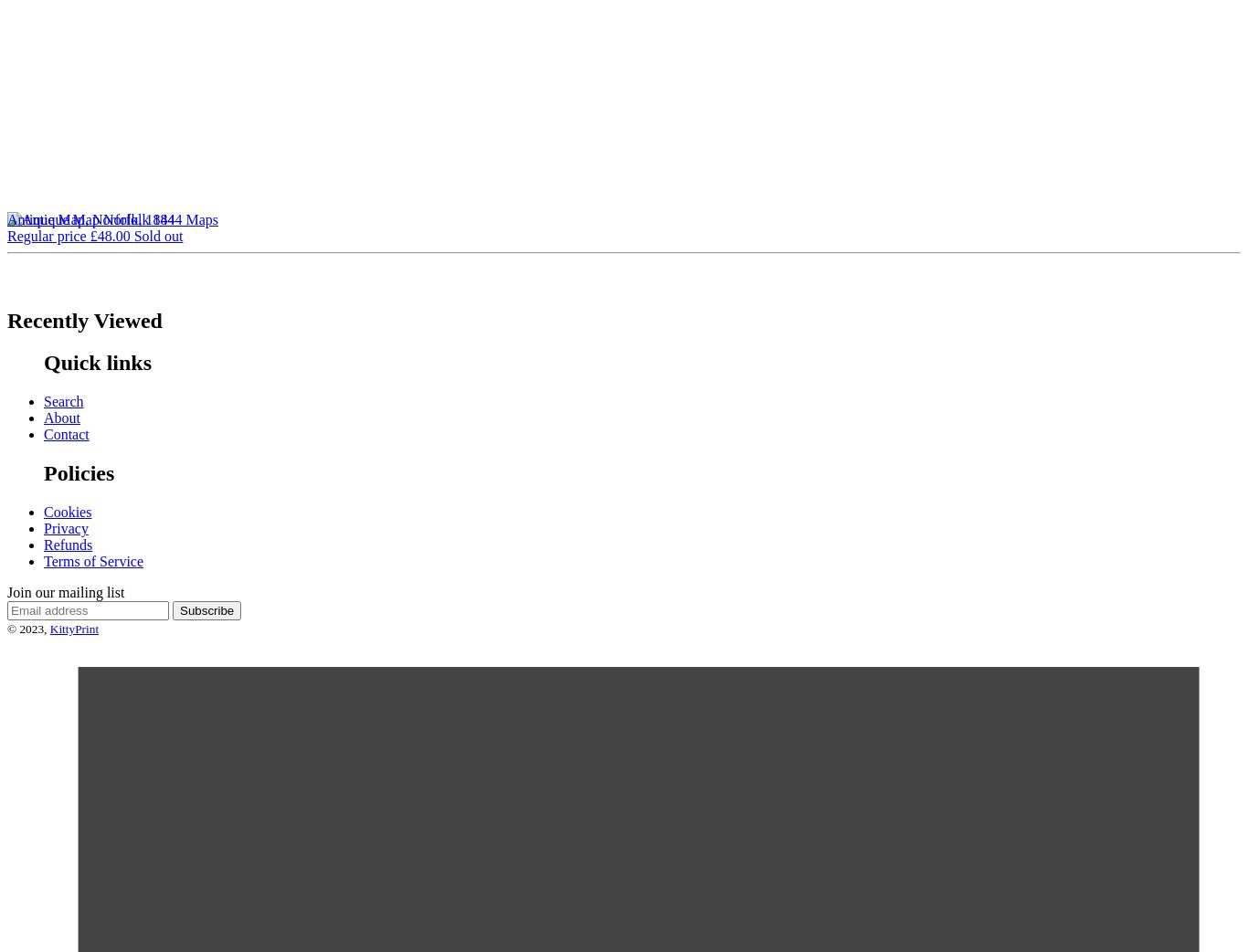 The image size is (1248, 952). I want to click on 'Contact', so click(66, 434).